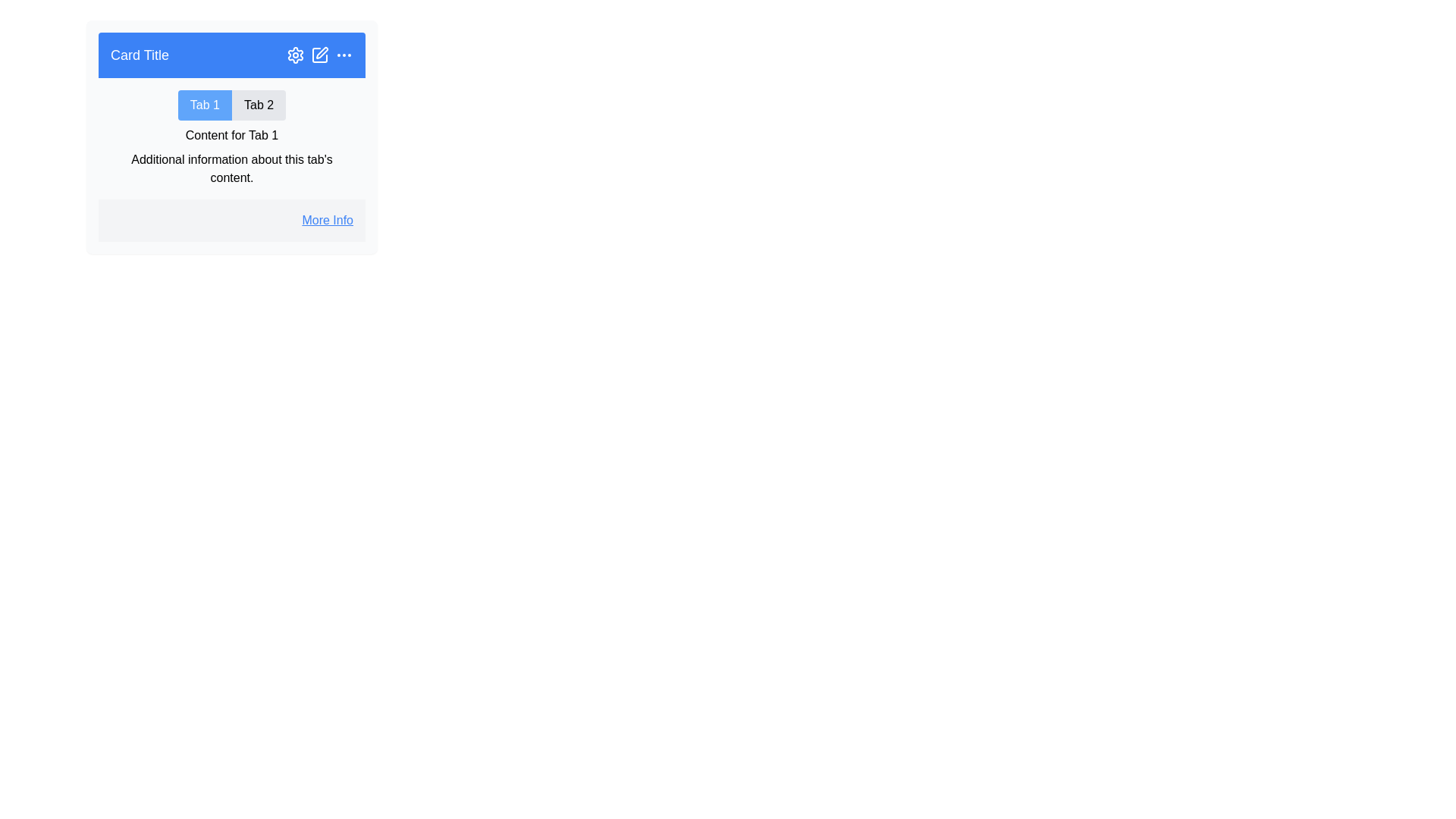  I want to click on the edit button, the third icon from the left in the top-right section of the blue header bar of the card component, so click(319, 55).